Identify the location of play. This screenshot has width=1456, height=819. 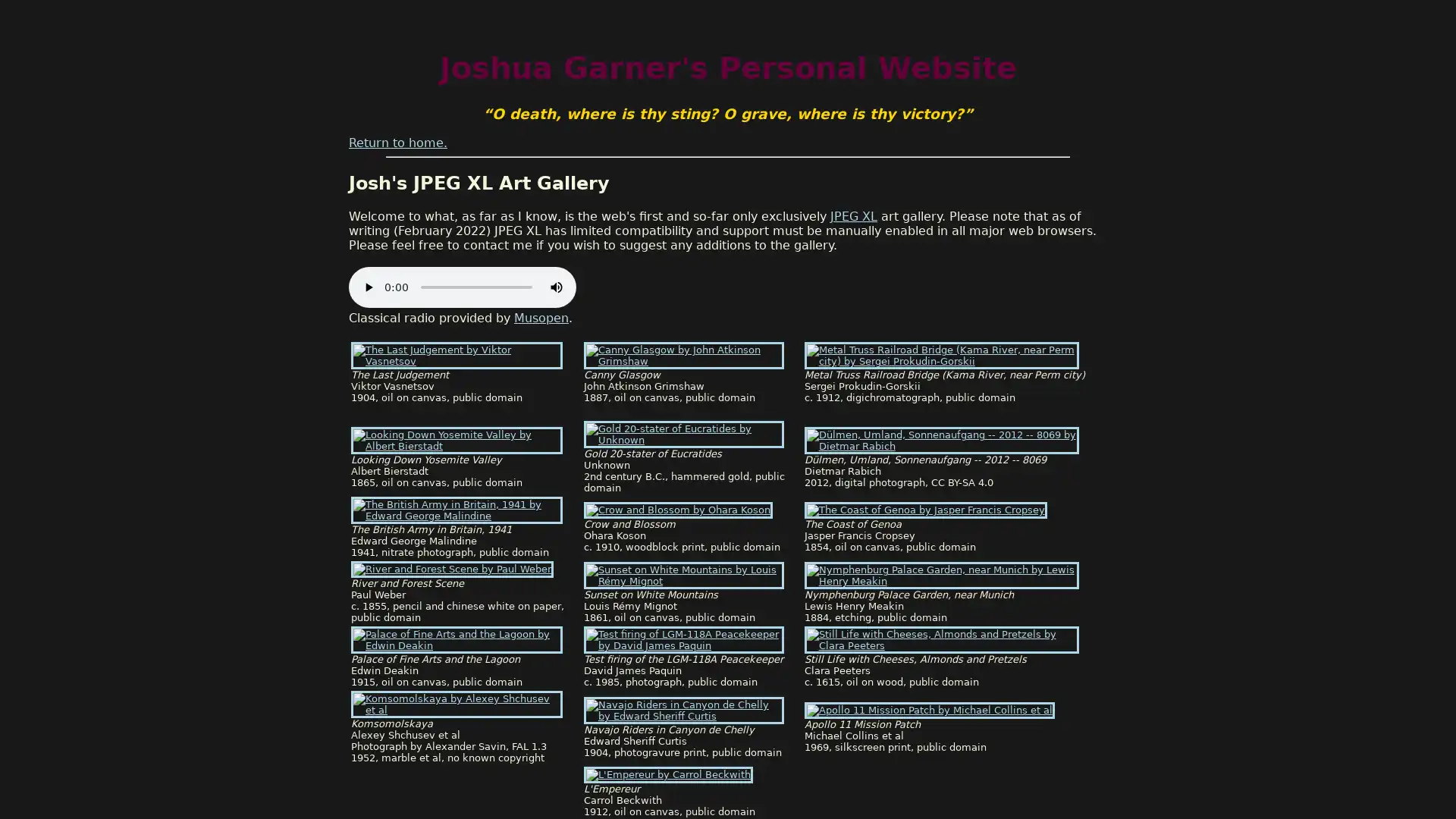
(368, 287).